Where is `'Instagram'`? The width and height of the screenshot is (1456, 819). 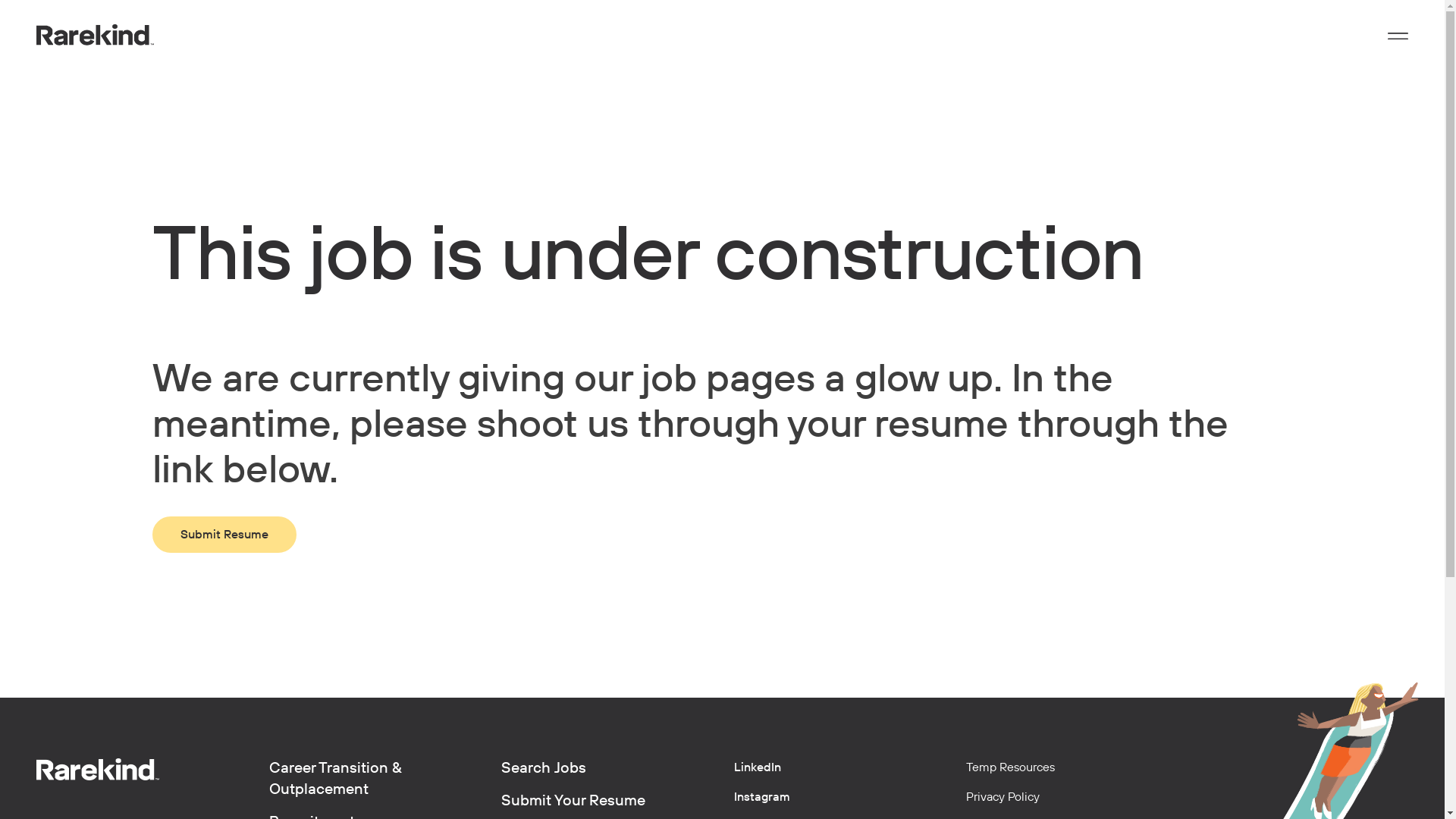 'Instagram' is located at coordinates (734, 795).